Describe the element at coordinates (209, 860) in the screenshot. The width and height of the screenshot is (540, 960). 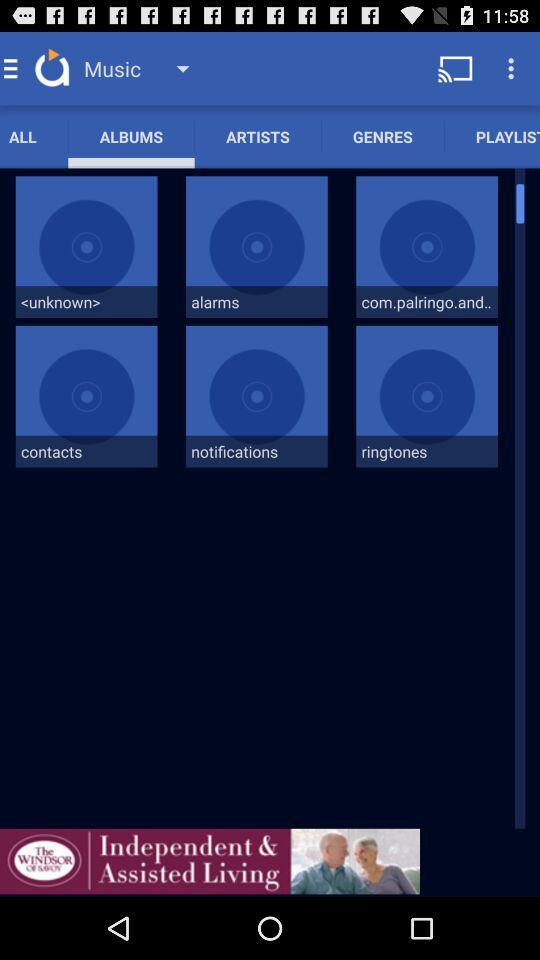
I see `advertisement` at that location.